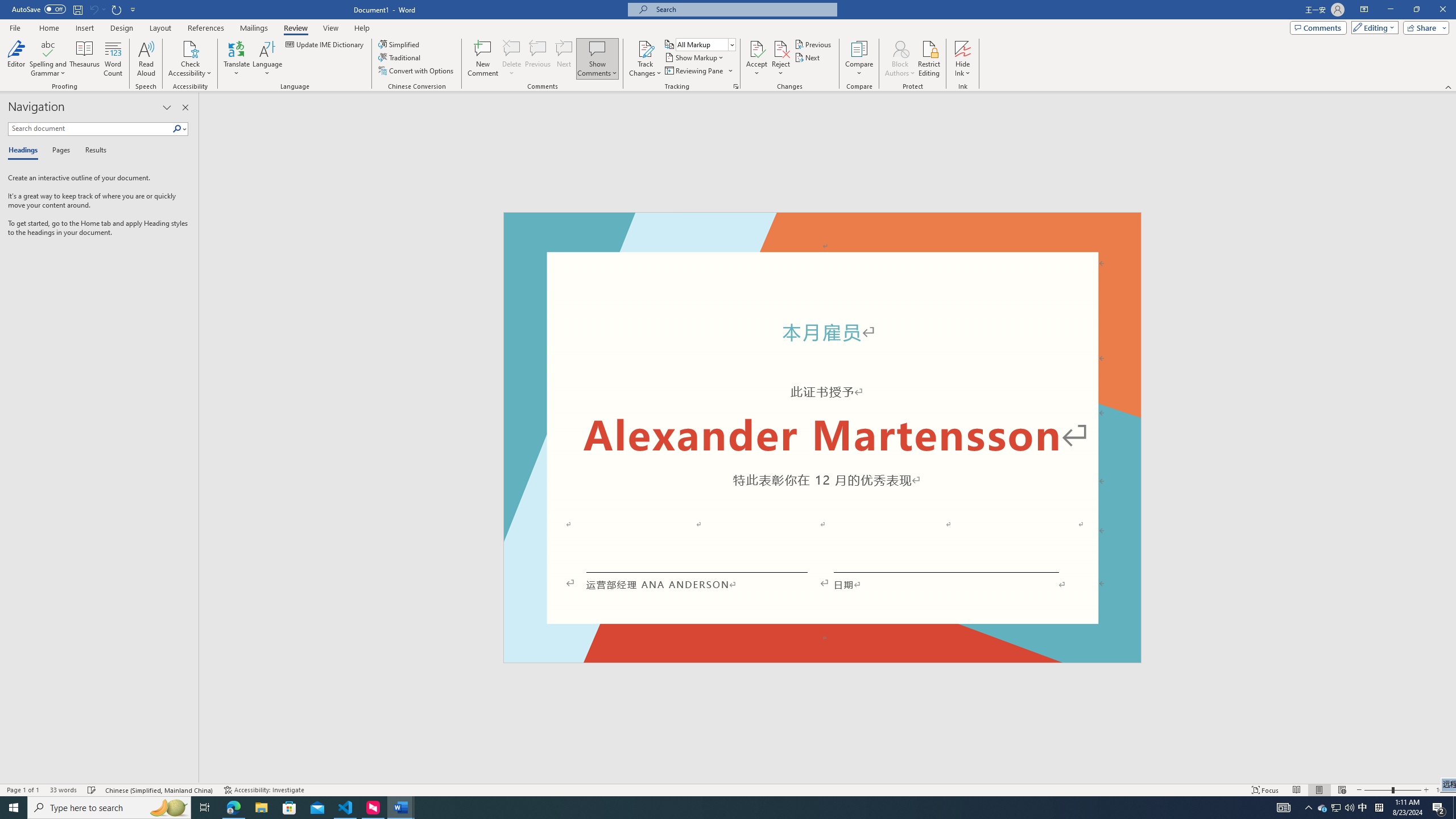 Image resolution: width=1456 pixels, height=819 pixels. What do you see at coordinates (417, 69) in the screenshot?
I see `'Convert with Options...'` at bounding box center [417, 69].